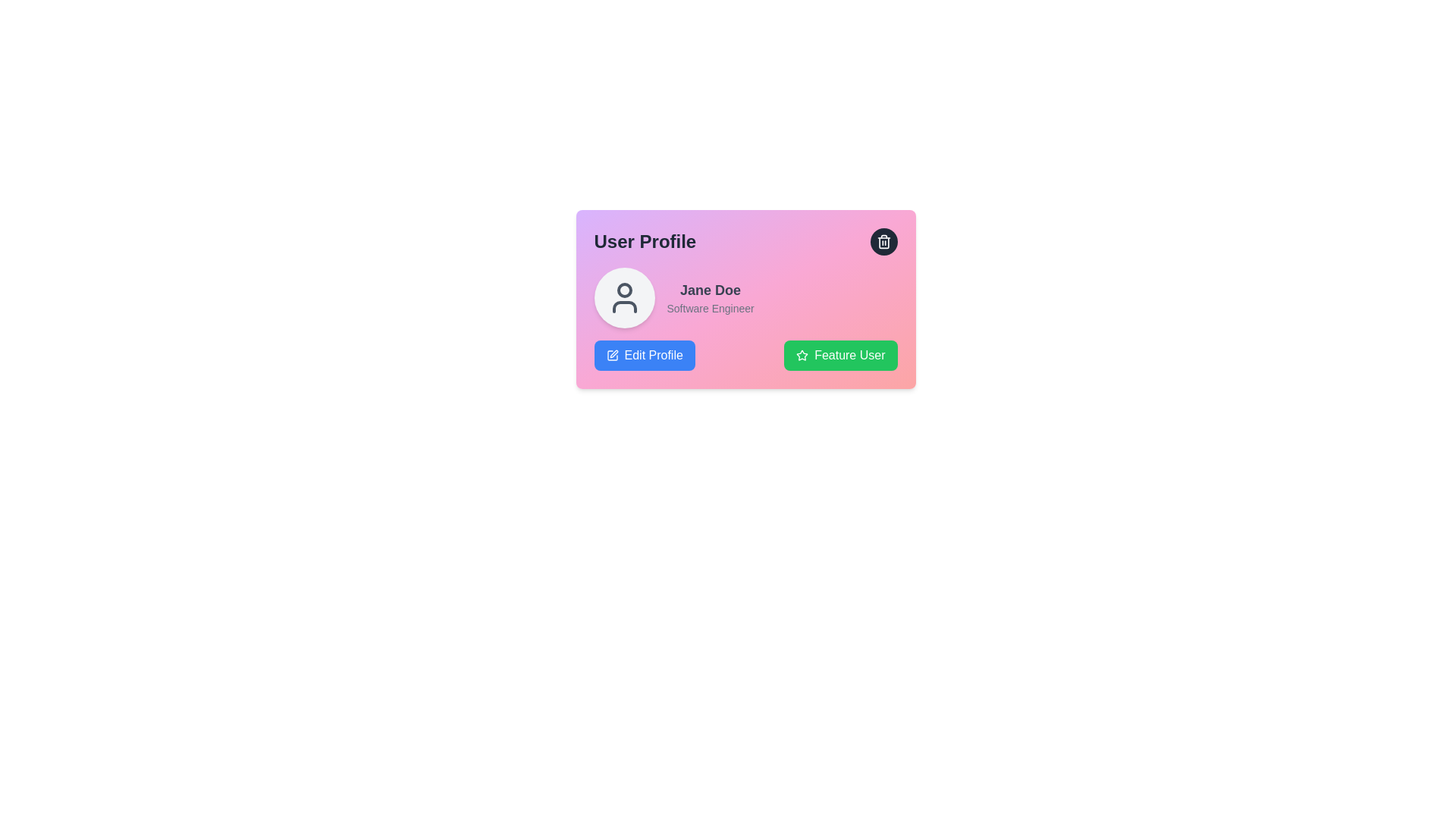  I want to click on the round user profile icon with a light gray background and a dark gray user silhouette, located within the 'User Profile' card, to the left of 'Jane Doe' and 'Software Engineer', so click(624, 298).